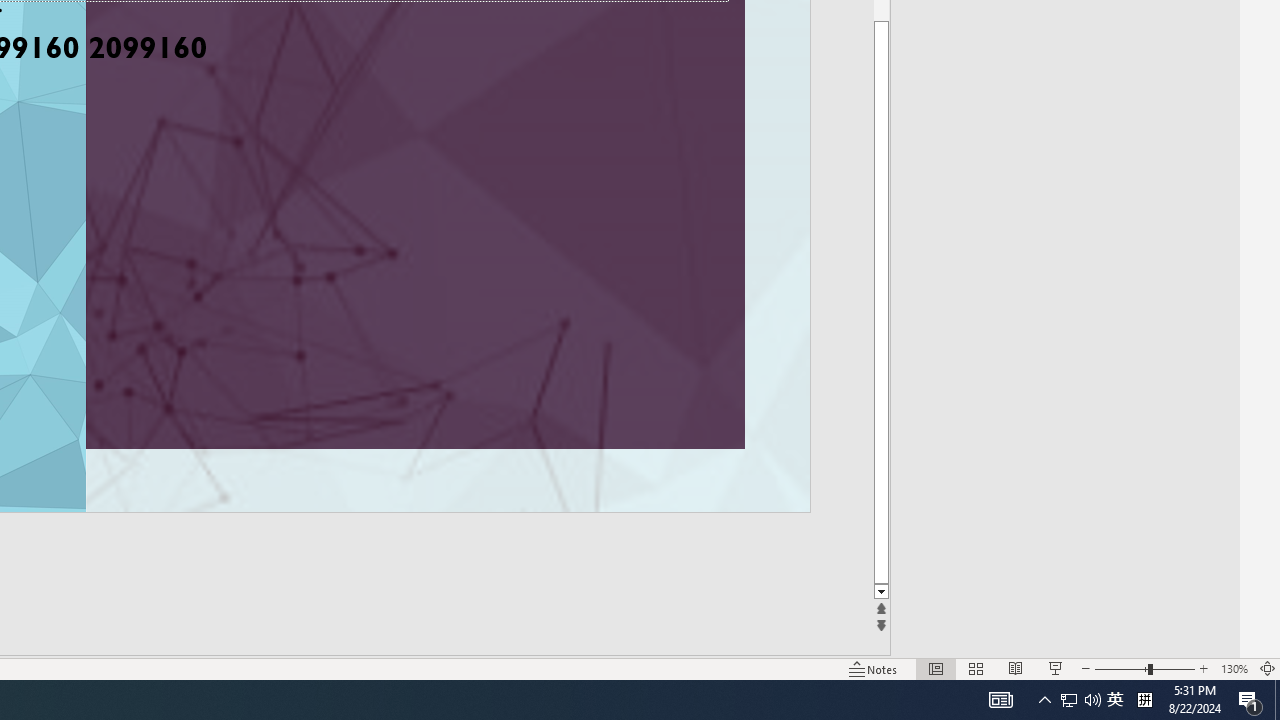 The image size is (1280, 720). I want to click on 'Zoom 130%', so click(1233, 669).